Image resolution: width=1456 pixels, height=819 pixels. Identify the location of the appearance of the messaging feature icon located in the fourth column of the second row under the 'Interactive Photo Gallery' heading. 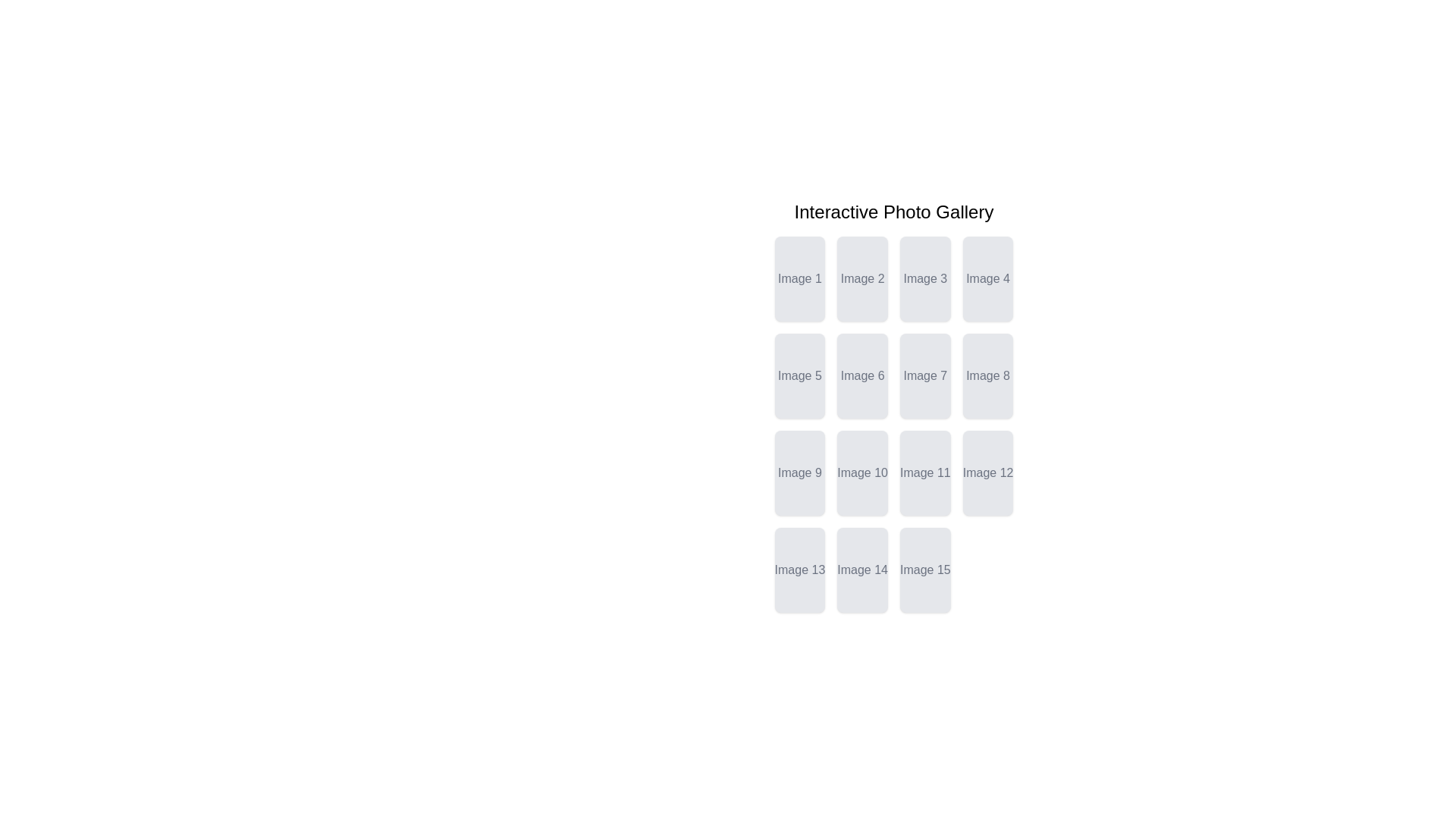
(966, 403).